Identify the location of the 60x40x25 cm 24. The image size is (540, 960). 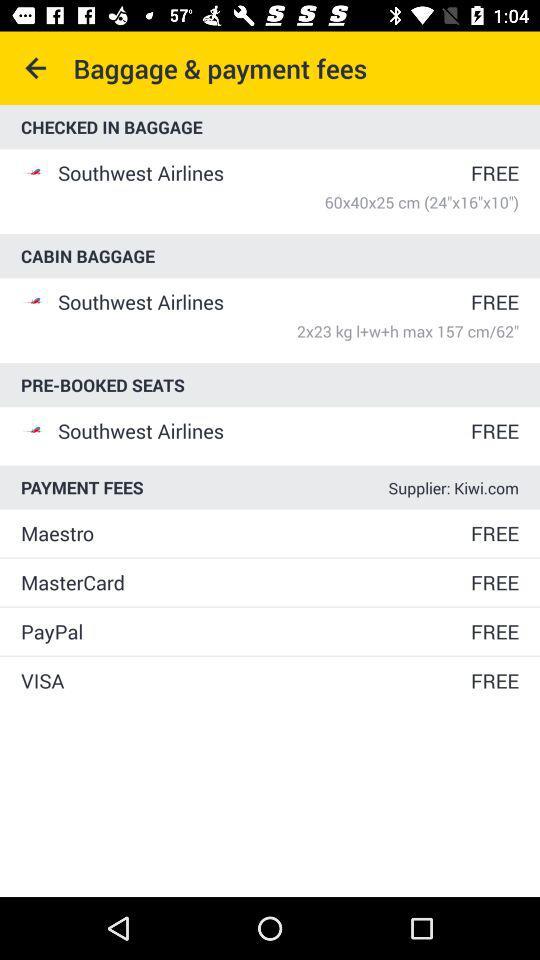
(287, 202).